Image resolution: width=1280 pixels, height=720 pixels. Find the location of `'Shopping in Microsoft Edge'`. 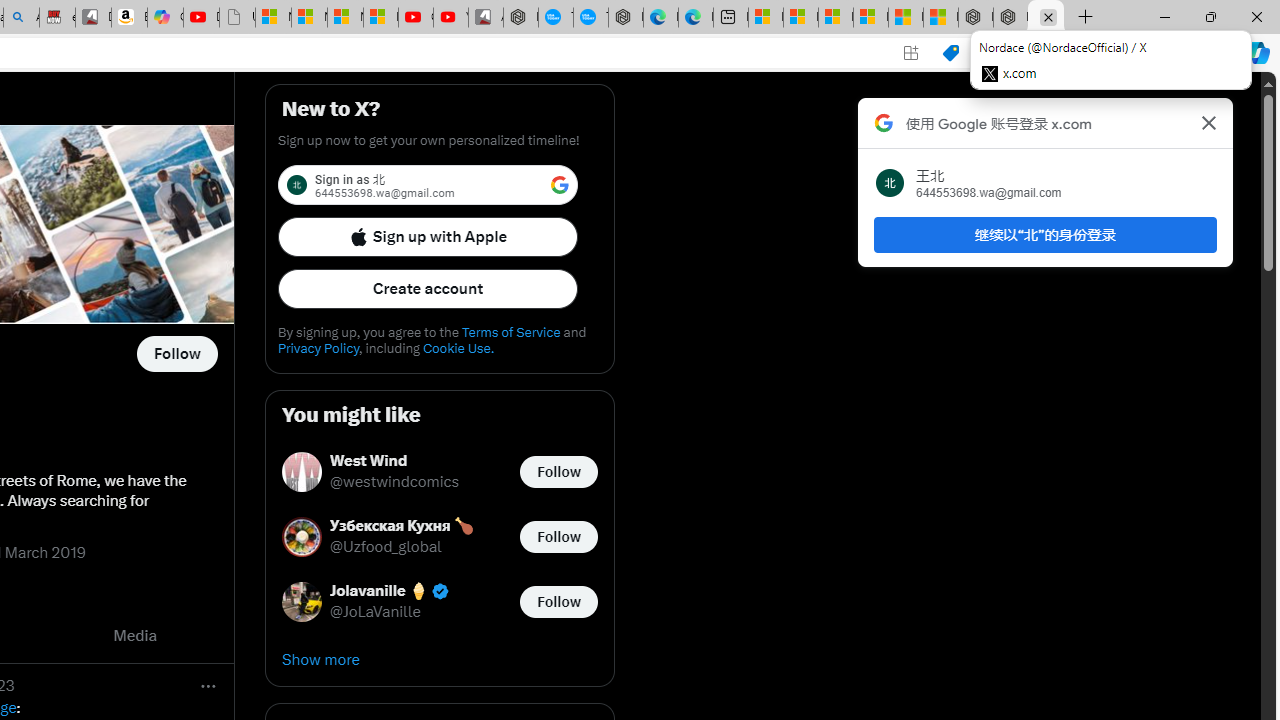

'Shopping in Microsoft Edge' is located at coordinates (950, 52).